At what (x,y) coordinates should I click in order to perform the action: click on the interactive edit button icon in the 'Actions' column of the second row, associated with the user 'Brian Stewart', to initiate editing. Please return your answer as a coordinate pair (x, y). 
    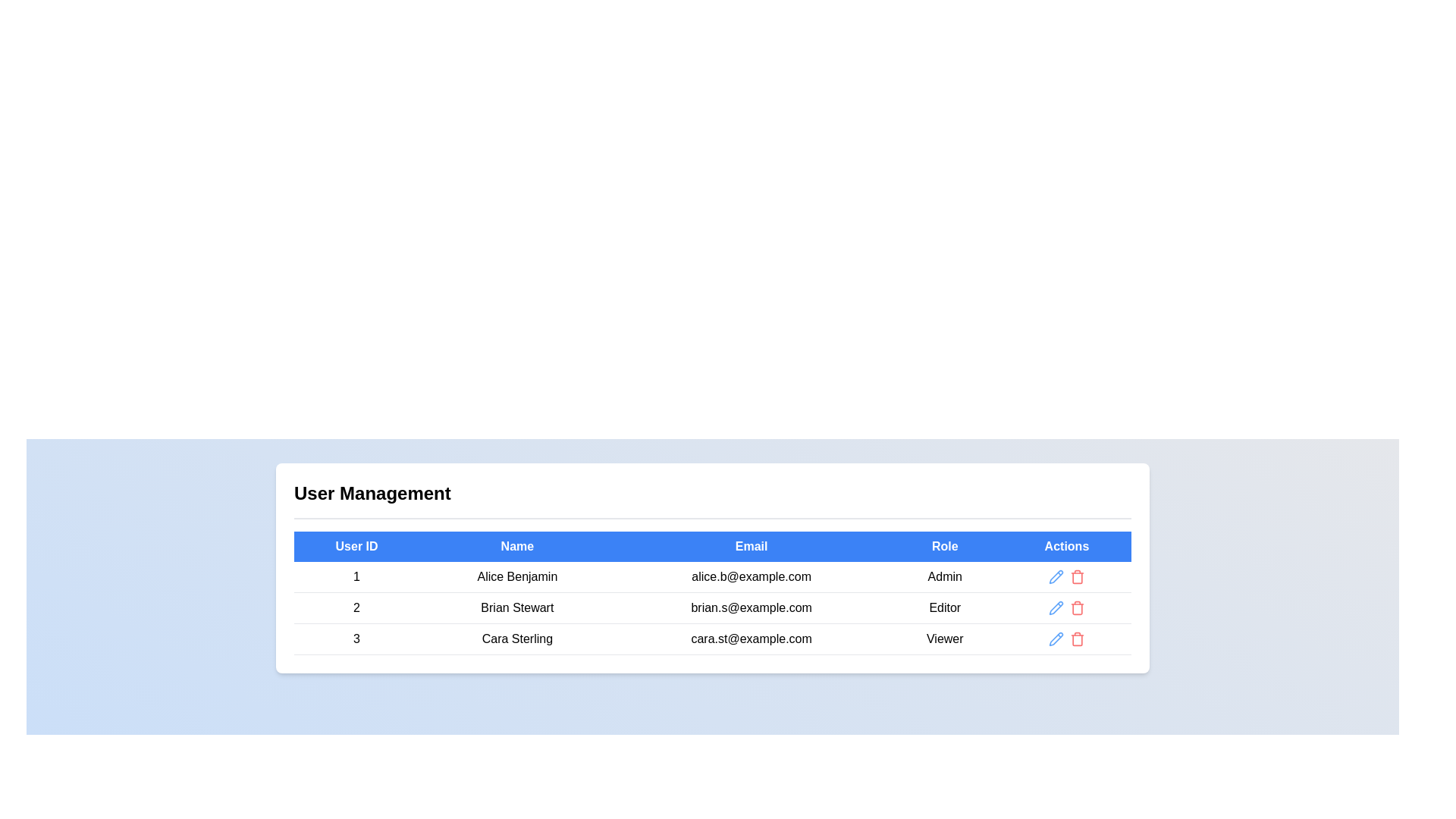
    Looking at the image, I should click on (1055, 607).